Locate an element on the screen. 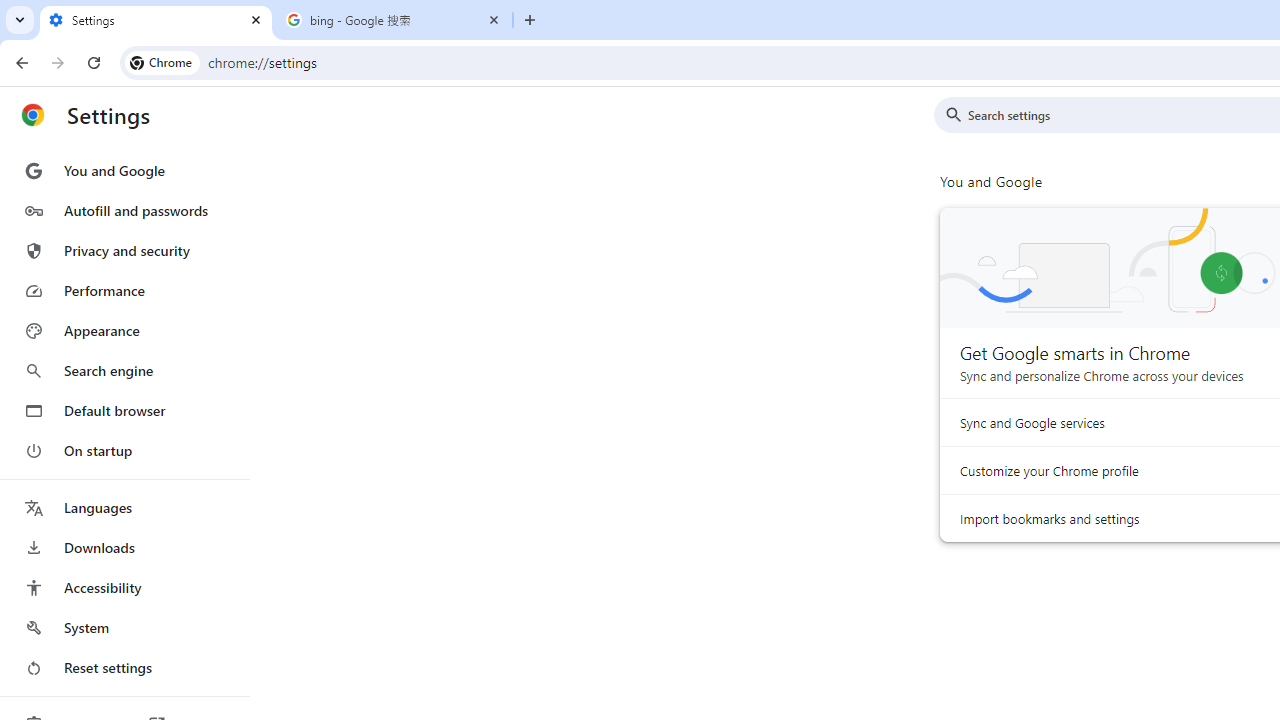 Image resolution: width=1280 pixels, height=720 pixels. 'Default browser' is located at coordinates (123, 410).